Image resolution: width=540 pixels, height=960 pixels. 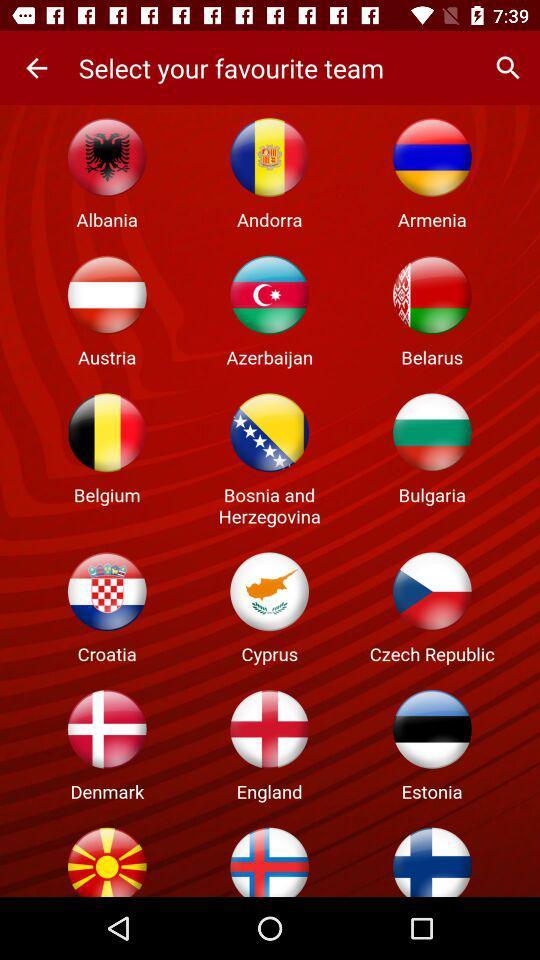 What do you see at coordinates (36, 68) in the screenshot?
I see `item next to the select your favourite item` at bounding box center [36, 68].